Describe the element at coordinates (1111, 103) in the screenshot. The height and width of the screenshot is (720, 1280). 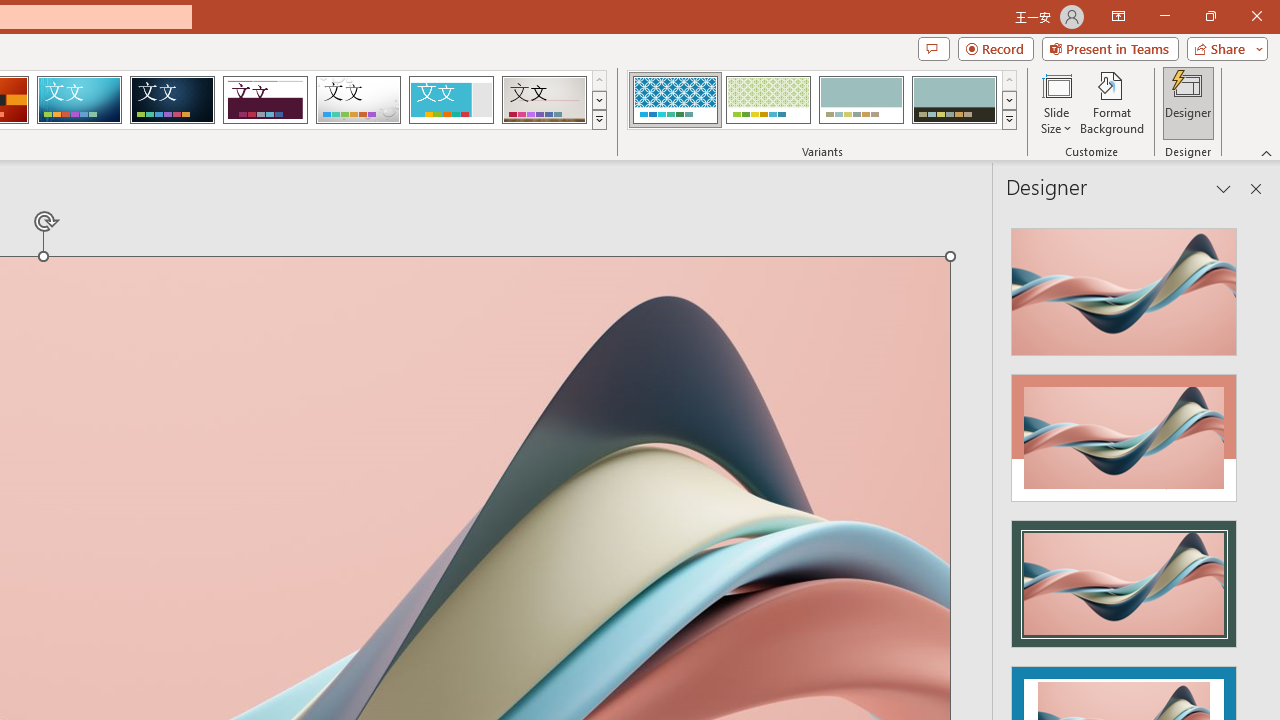
I see `'Format Background'` at that location.